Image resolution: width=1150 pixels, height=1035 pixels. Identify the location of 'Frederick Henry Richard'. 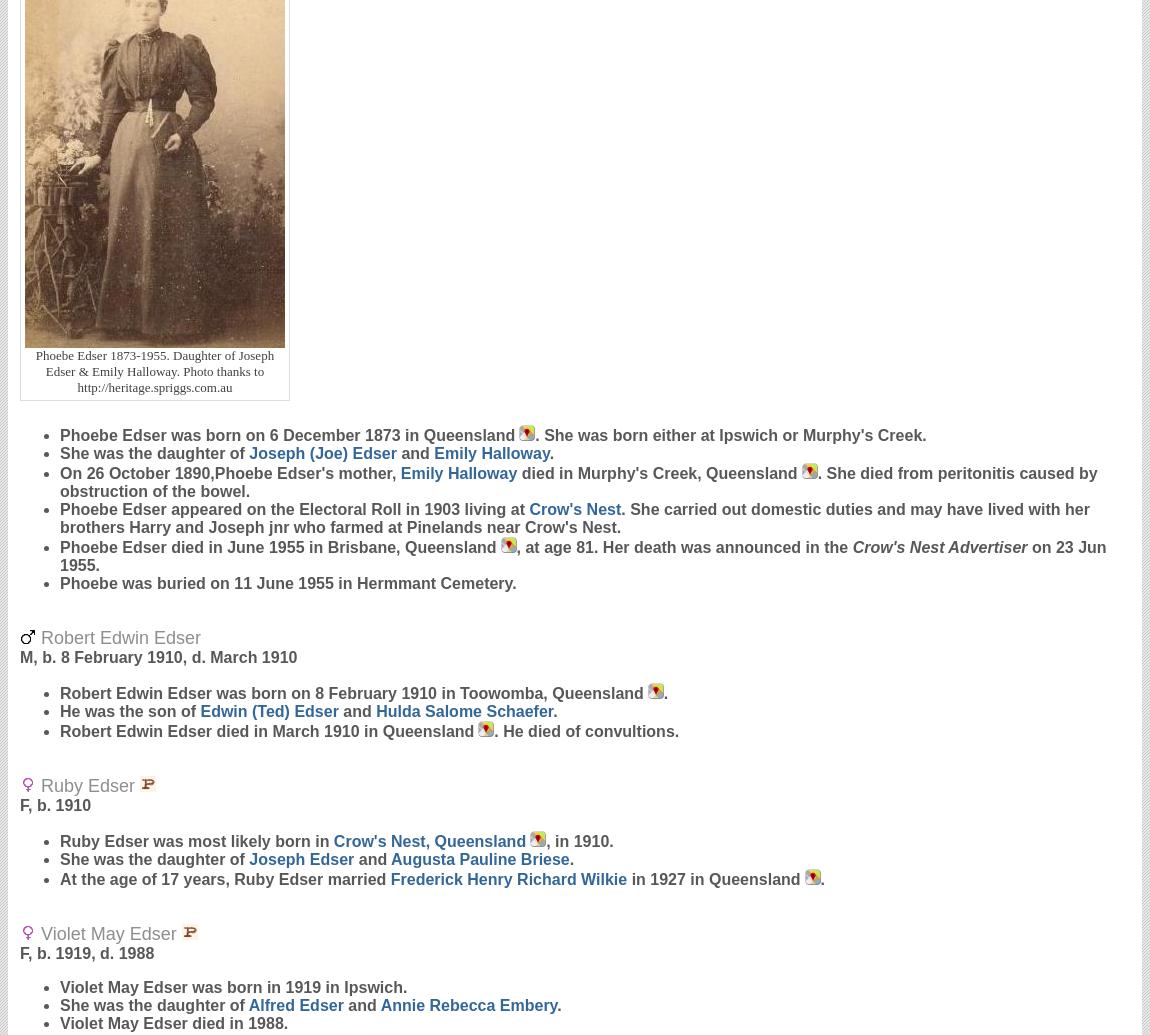
(485, 878).